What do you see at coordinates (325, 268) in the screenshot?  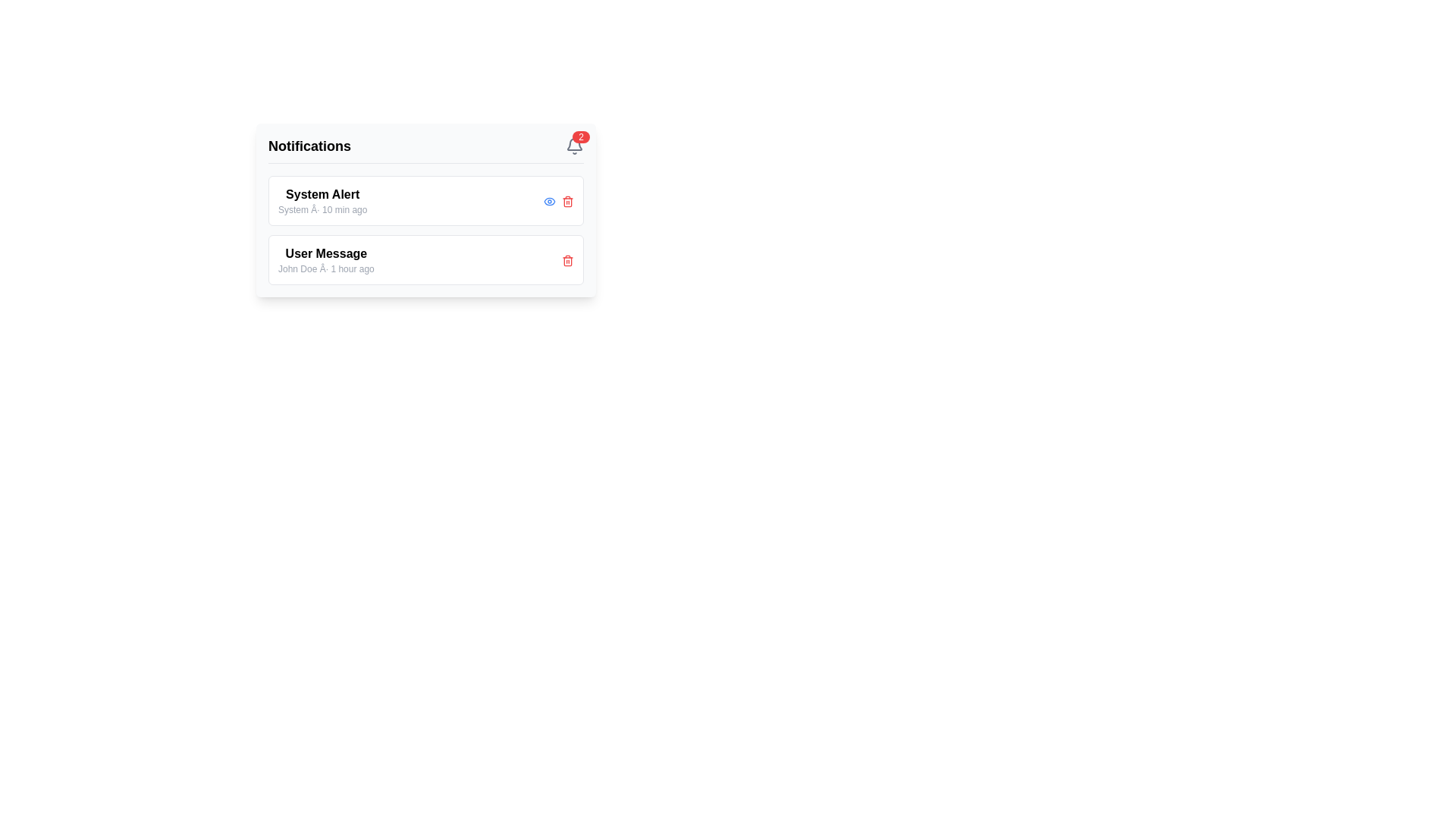 I see `text from the Text Label displaying 'John Doe · 1 hour ago.' located below the 'User Message' heading in the notification card under the 'Notifications' section` at bounding box center [325, 268].